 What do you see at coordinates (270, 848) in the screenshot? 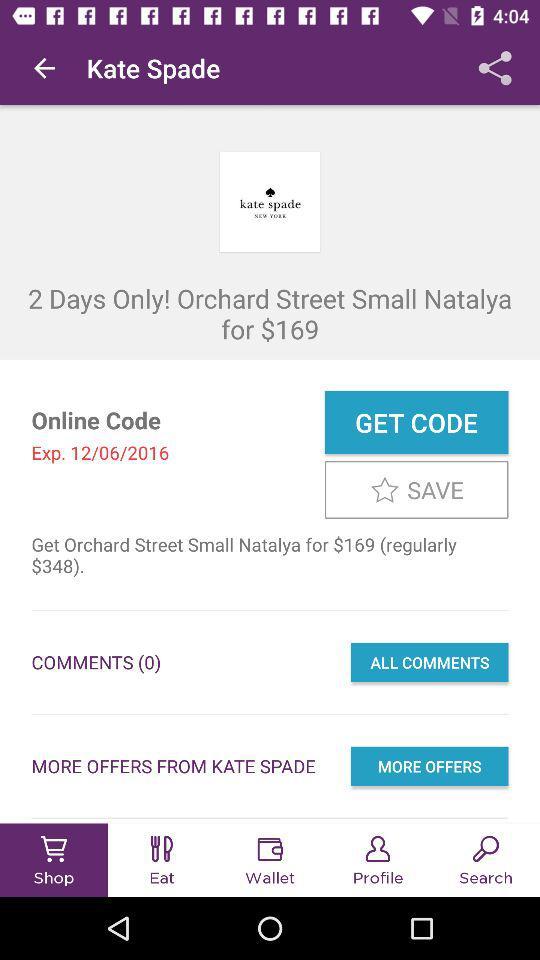
I see `the wallet icon` at bounding box center [270, 848].